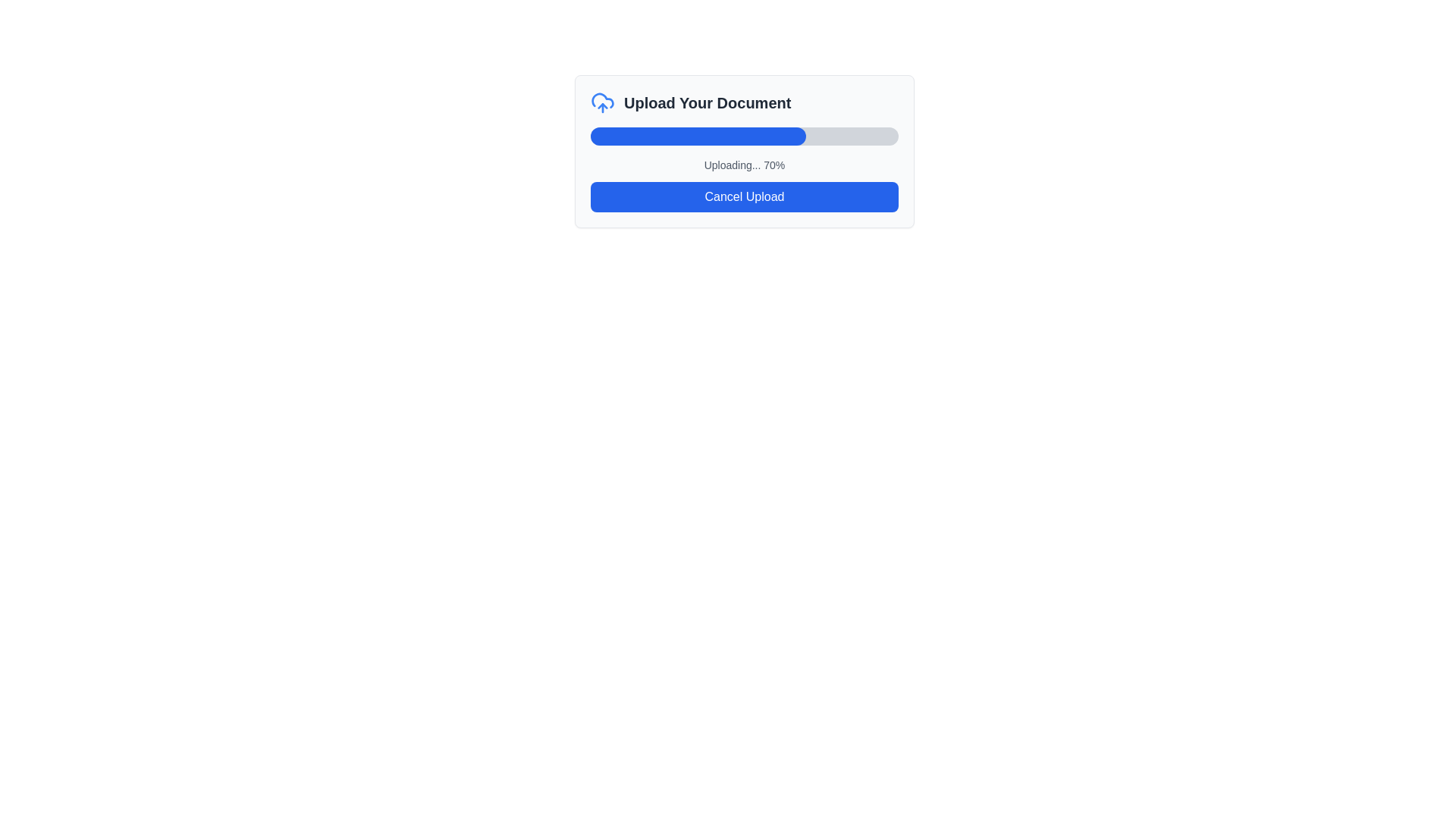 The height and width of the screenshot is (819, 1456). What do you see at coordinates (745, 184) in the screenshot?
I see `progress message from the composite UI element located in the lower section of the 'Upload Your Document' box, which includes a text label and a cancel button, positioned centrally below a blue progress bar` at bounding box center [745, 184].